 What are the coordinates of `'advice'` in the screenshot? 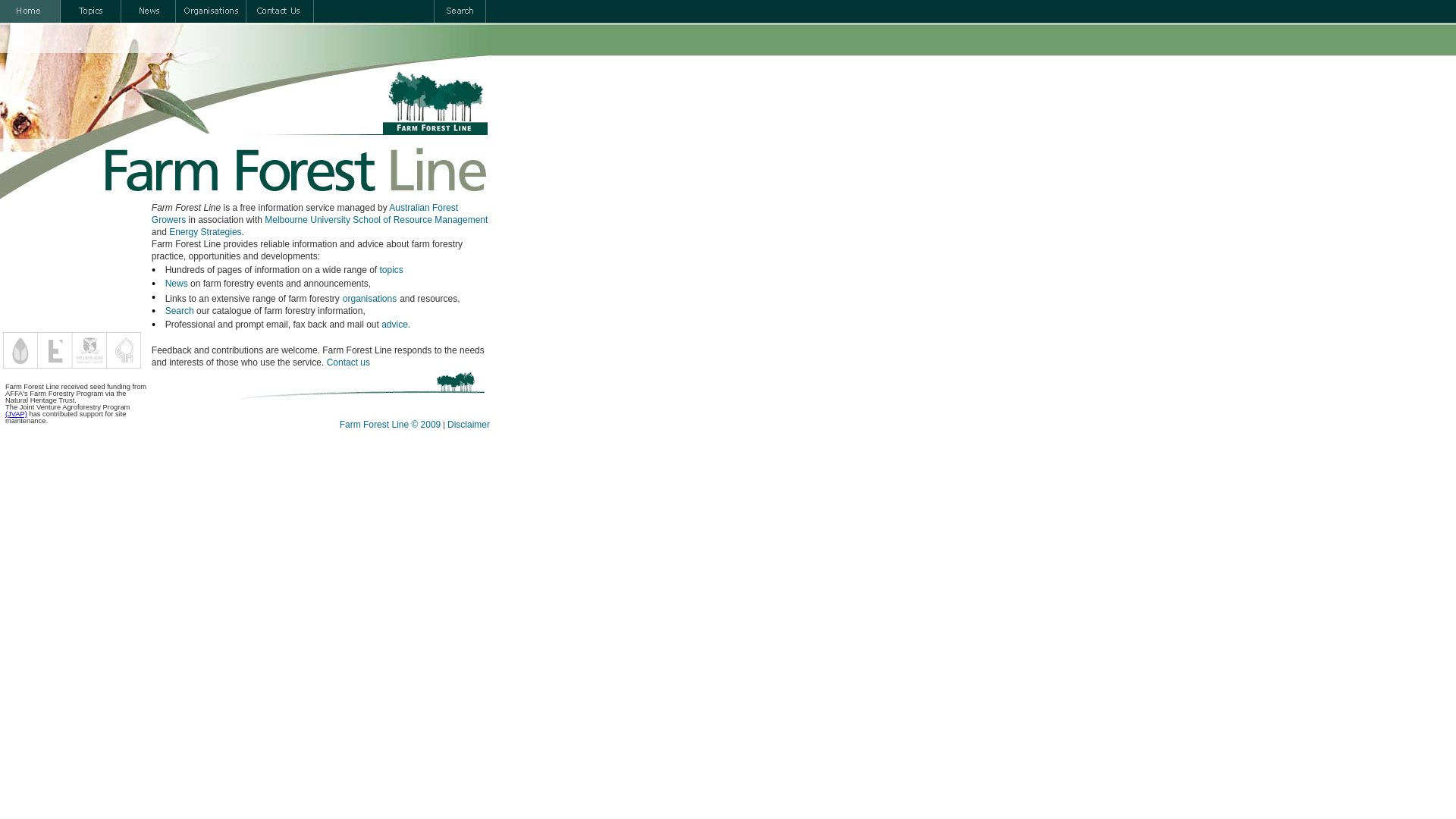 It's located at (394, 324).